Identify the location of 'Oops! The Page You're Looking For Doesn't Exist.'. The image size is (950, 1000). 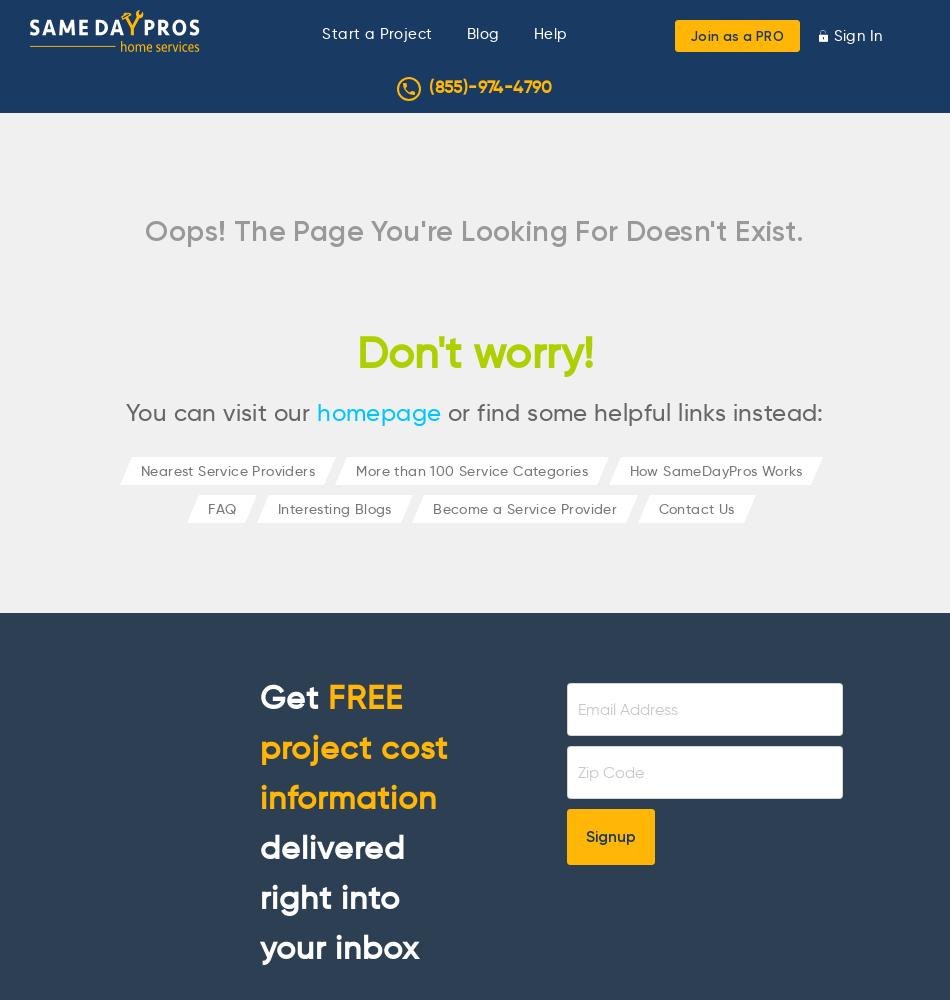
(473, 229).